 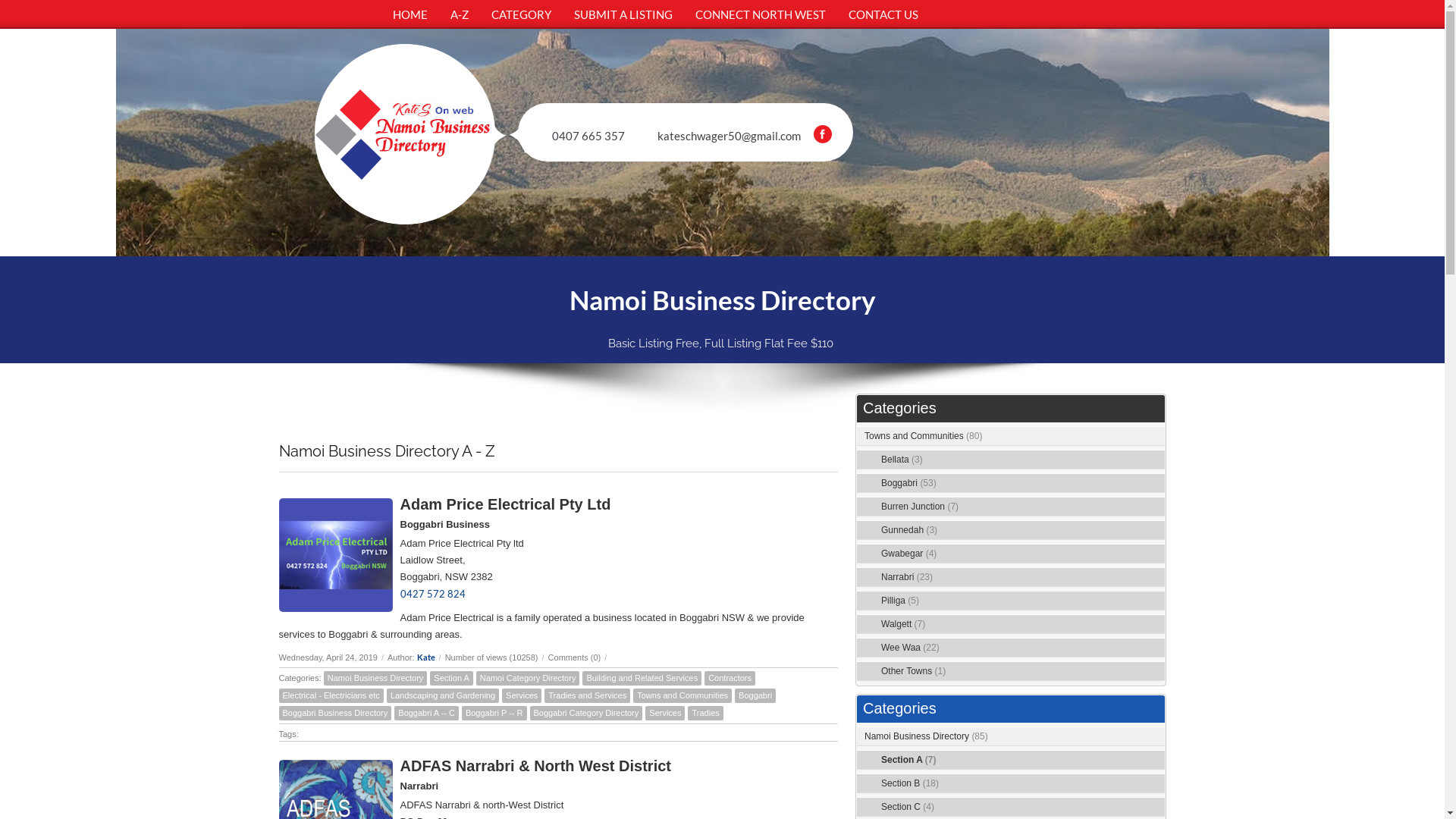 I want to click on 'Wee Waa (22)', so click(x=910, y=647).